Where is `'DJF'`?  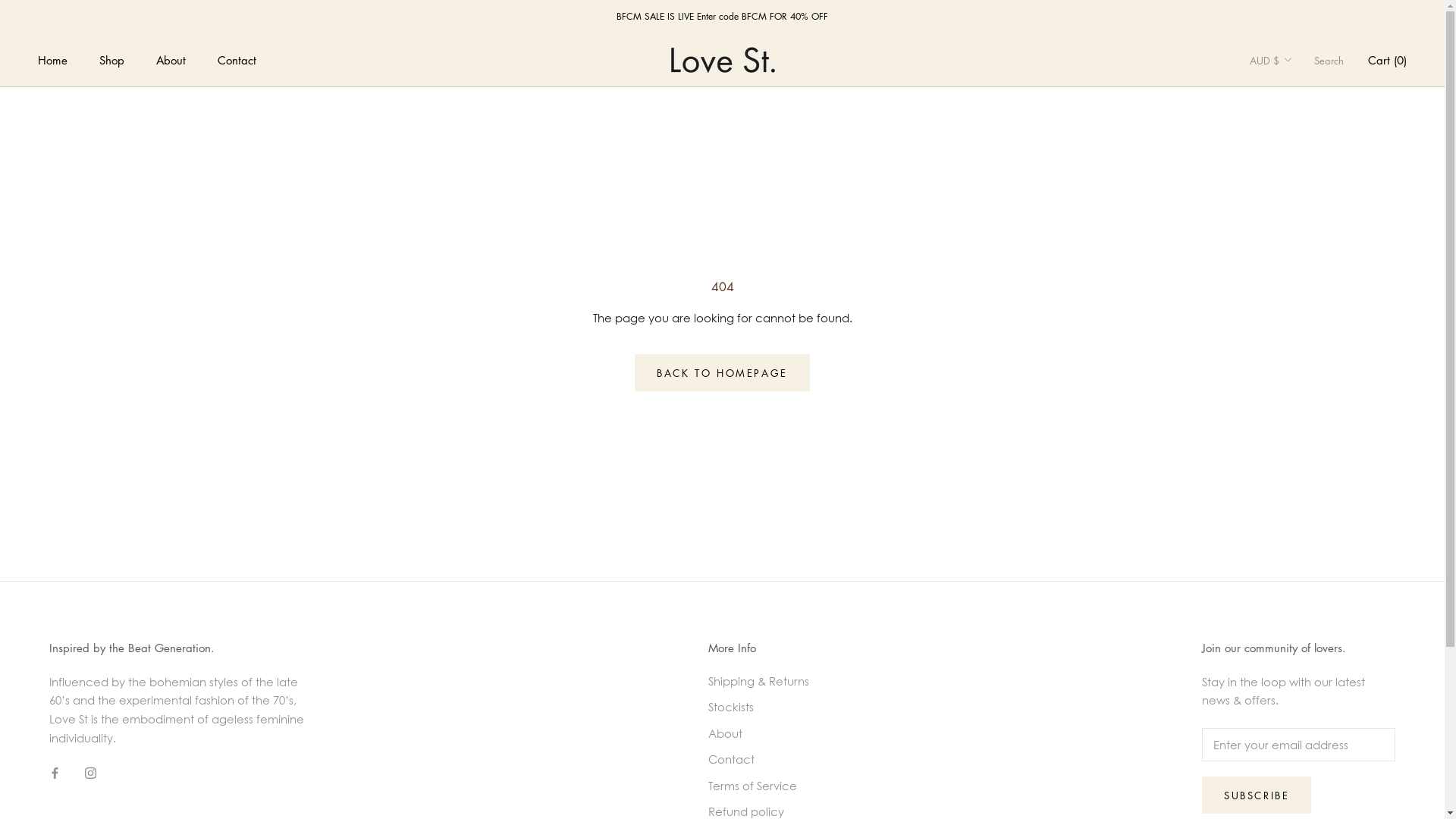 'DJF' is located at coordinates (1294, 691).